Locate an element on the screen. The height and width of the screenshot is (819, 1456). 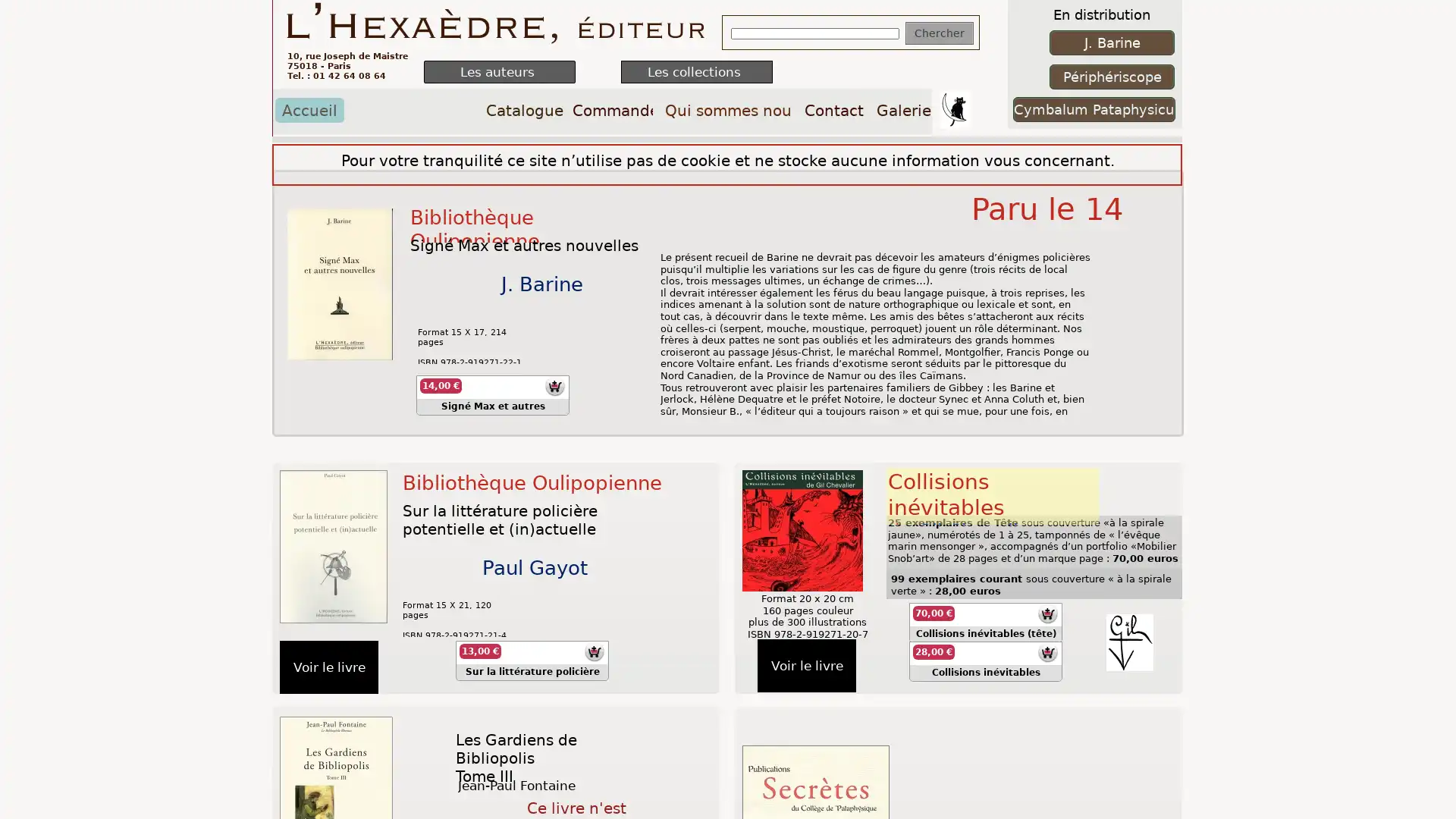
Cymbalum Pataphysicum is located at coordinates (1094, 108).